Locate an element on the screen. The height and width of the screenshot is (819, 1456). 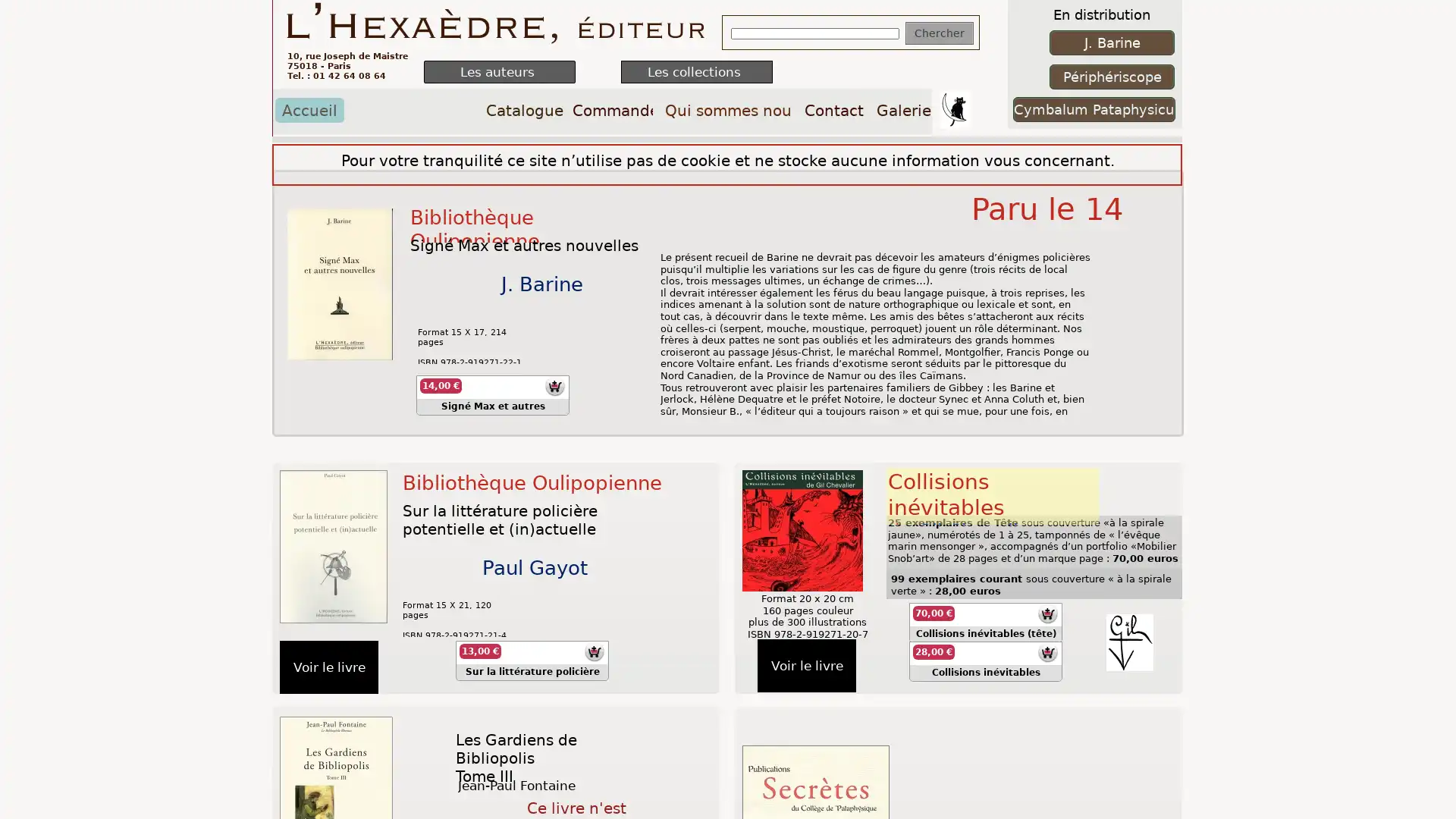
Cymbalum Pataphysicum is located at coordinates (1094, 108).